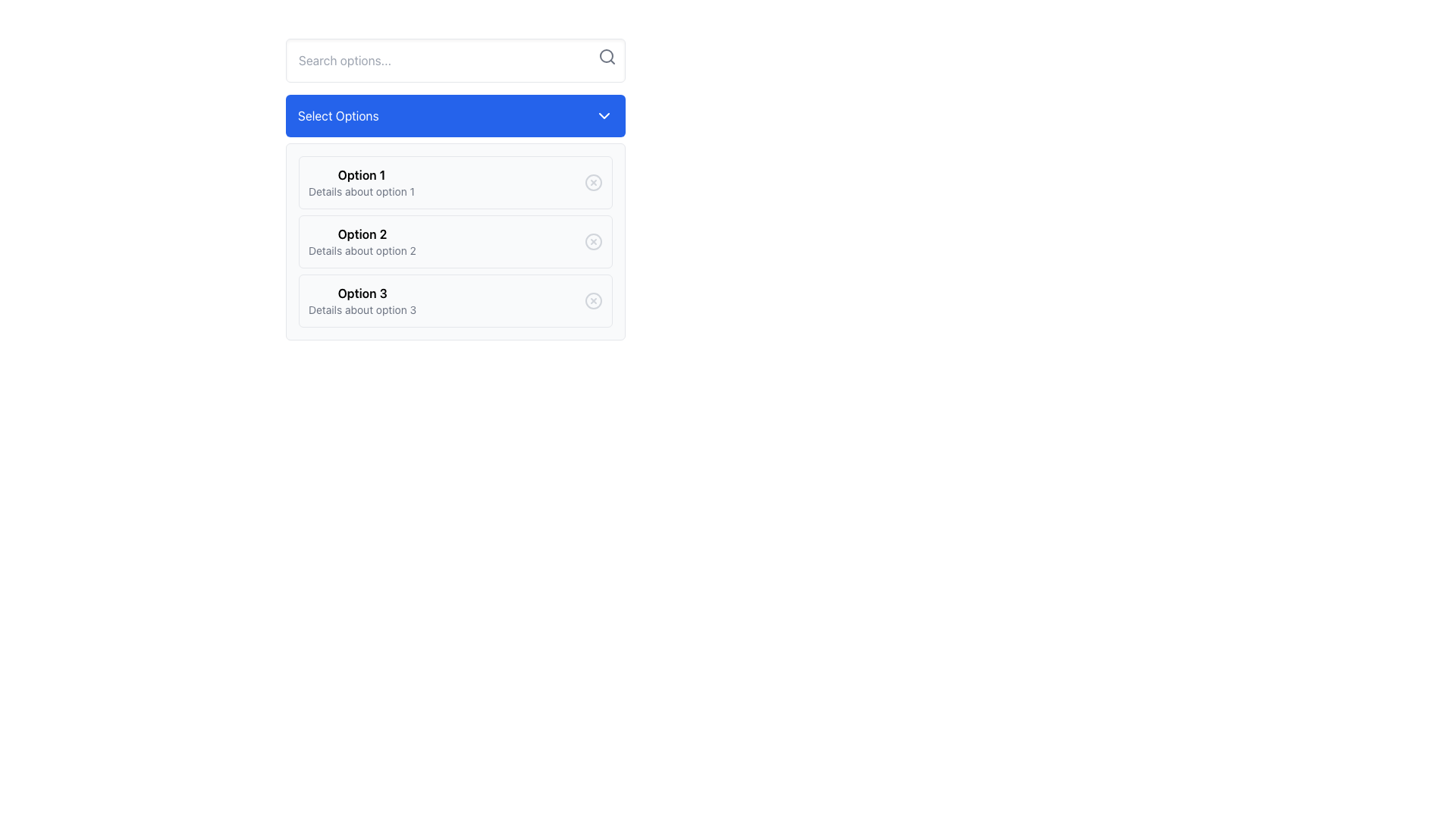 This screenshot has width=1456, height=819. Describe the element at coordinates (454, 181) in the screenshot. I see `the topmost selectable list item labeled 'Option 1'` at that location.